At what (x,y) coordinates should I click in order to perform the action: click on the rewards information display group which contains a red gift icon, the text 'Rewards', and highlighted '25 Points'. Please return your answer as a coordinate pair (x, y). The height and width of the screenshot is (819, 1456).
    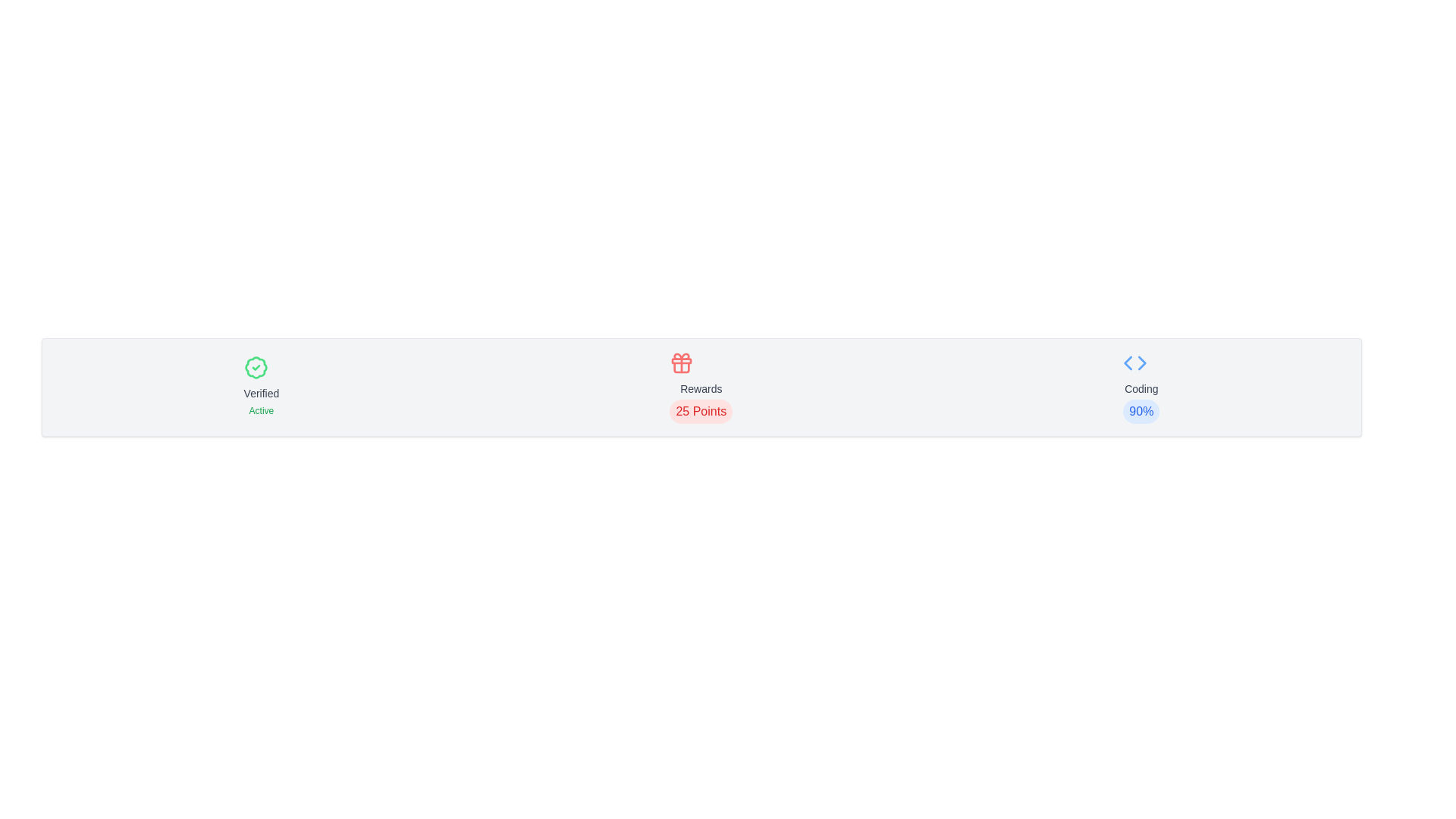
    Looking at the image, I should click on (700, 386).